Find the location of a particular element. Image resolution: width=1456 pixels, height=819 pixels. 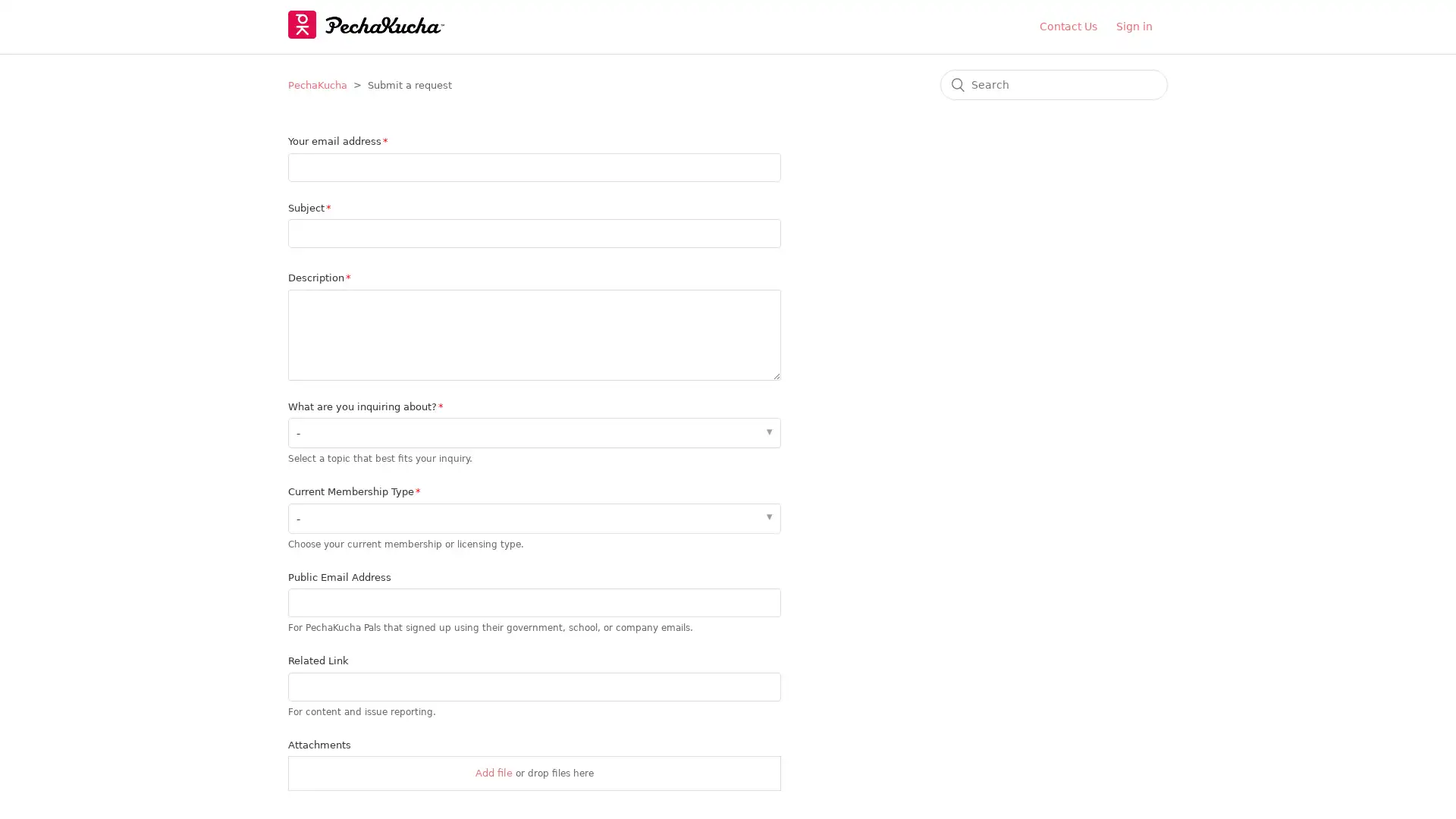

Attachments is located at coordinates (535, 773).